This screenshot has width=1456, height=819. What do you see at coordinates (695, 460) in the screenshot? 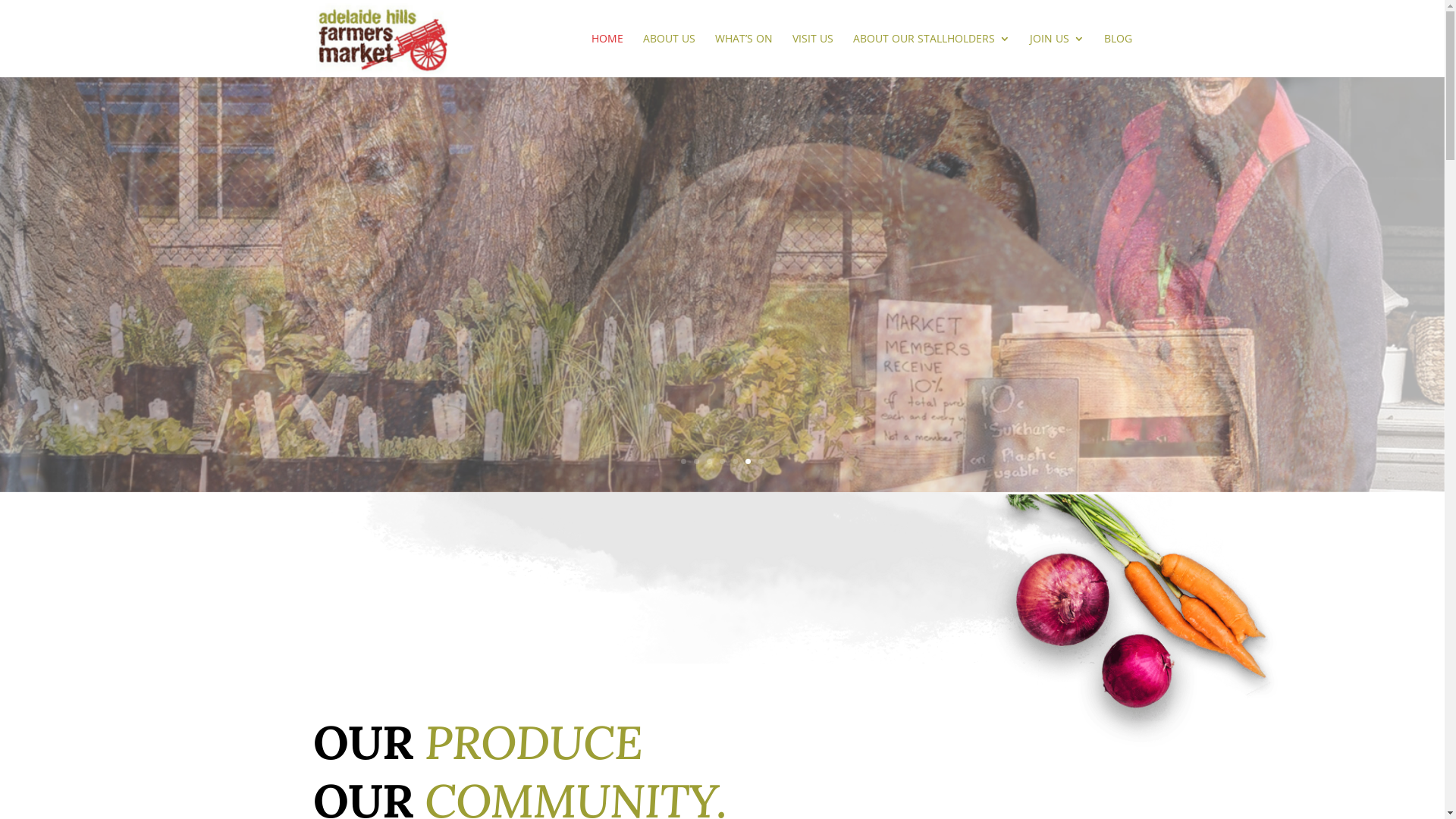
I see `'2'` at bounding box center [695, 460].